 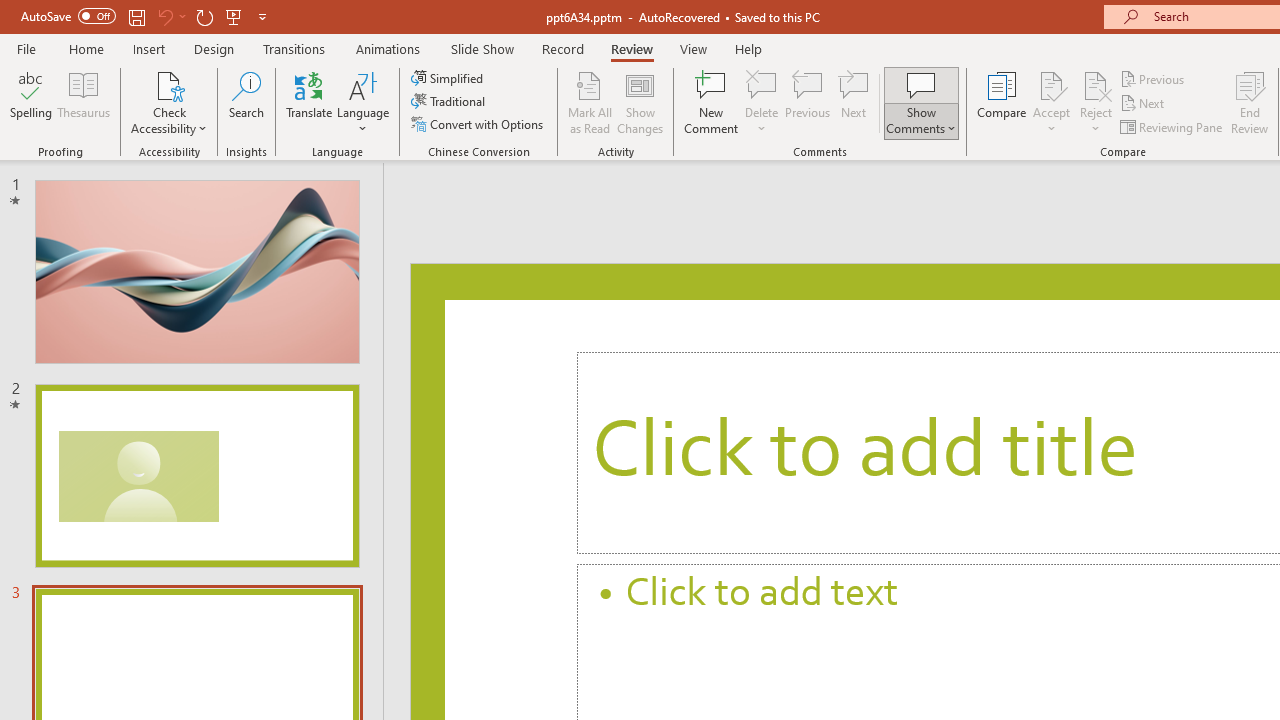 What do you see at coordinates (169, 103) in the screenshot?
I see `'Check Accessibility'` at bounding box center [169, 103].